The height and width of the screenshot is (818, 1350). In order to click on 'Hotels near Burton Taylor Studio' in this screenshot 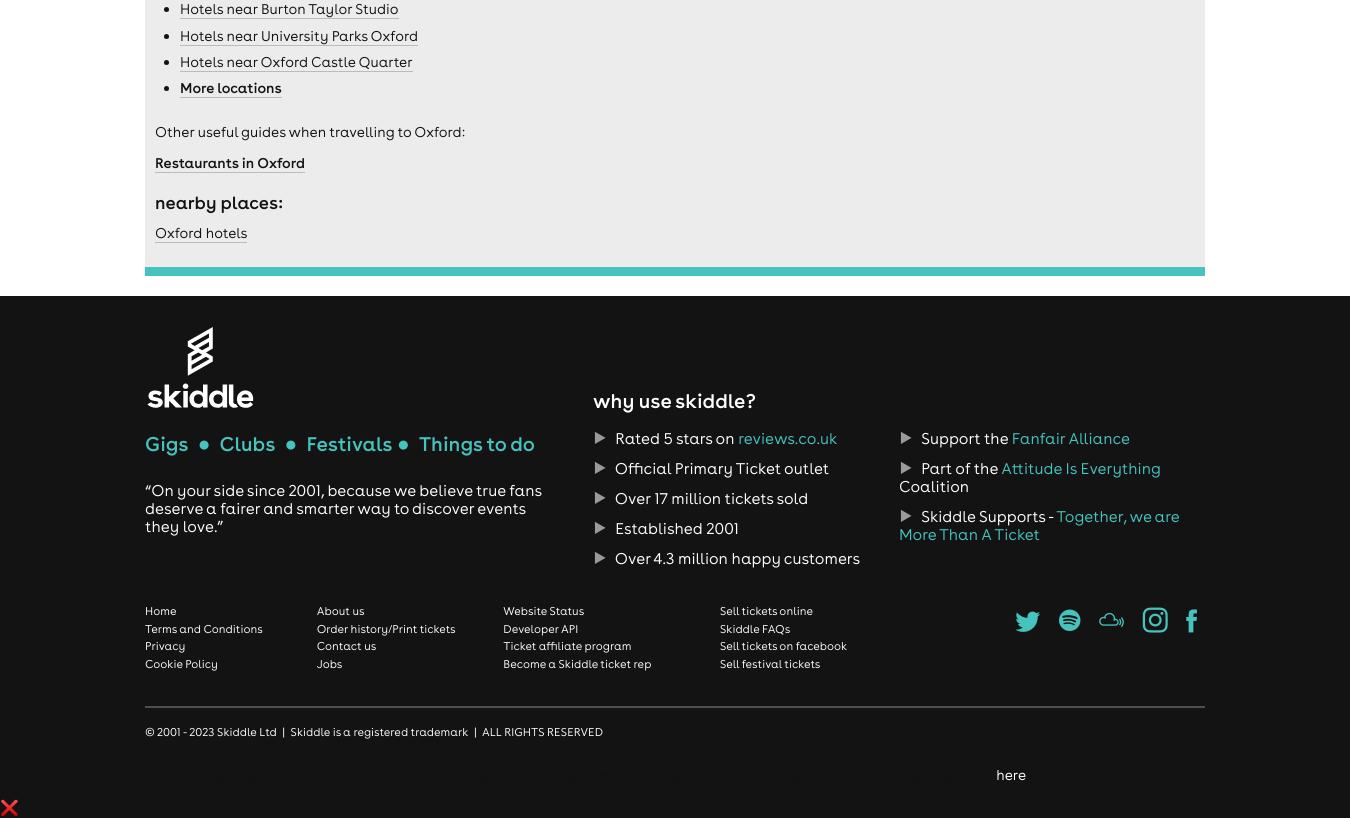, I will do `click(179, 7)`.